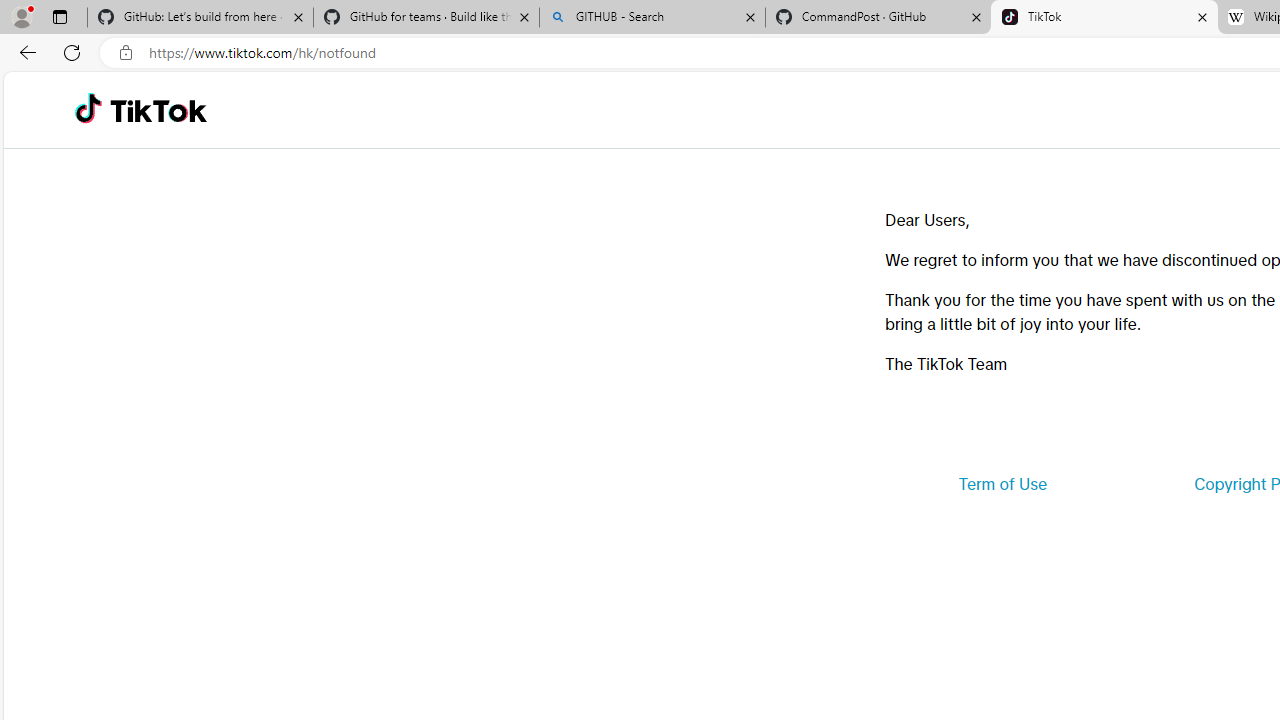 The height and width of the screenshot is (720, 1280). Describe the element at coordinates (59, 16) in the screenshot. I see `'Tab actions menu'` at that location.